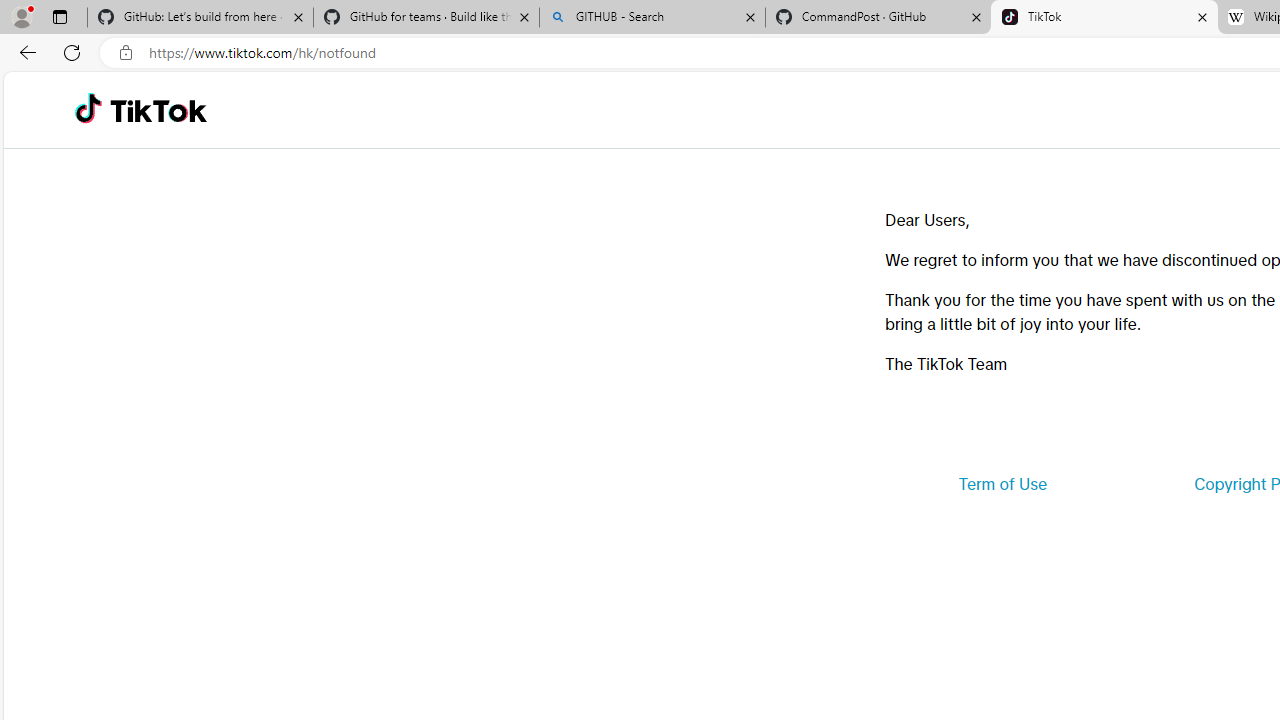 The height and width of the screenshot is (720, 1280). Describe the element at coordinates (59, 16) in the screenshot. I see `'Tab actions menu'` at that location.